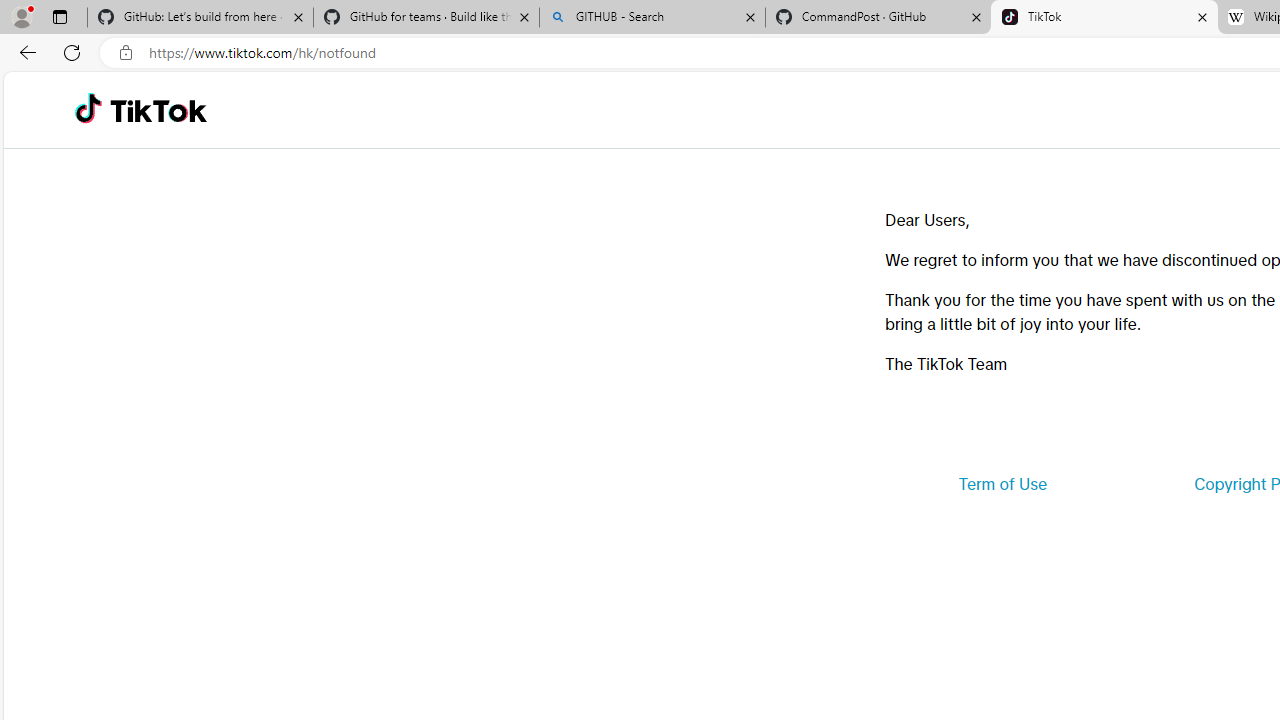 The height and width of the screenshot is (720, 1280). Describe the element at coordinates (59, 16) in the screenshot. I see `'Tab actions menu'` at that location.